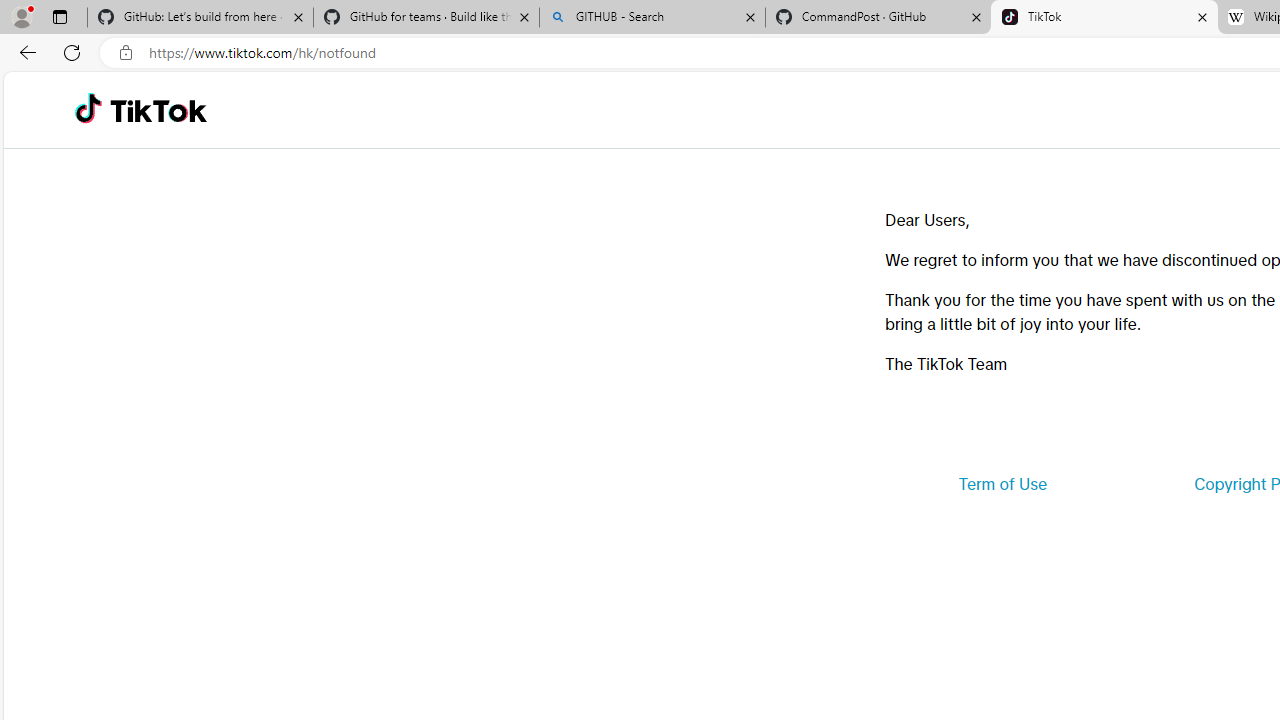 The height and width of the screenshot is (720, 1280). Describe the element at coordinates (59, 16) in the screenshot. I see `'Tab actions menu'` at that location.